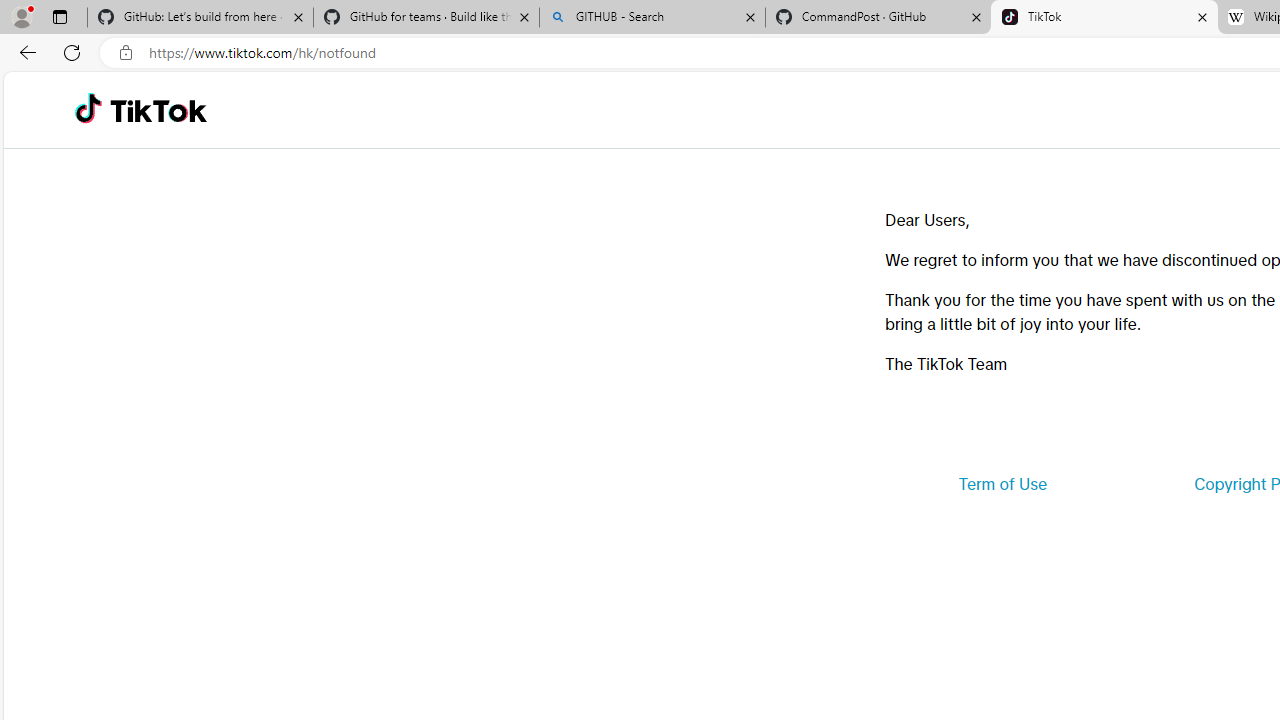 The height and width of the screenshot is (720, 1280). Describe the element at coordinates (59, 16) in the screenshot. I see `'Tab actions menu'` at that location.